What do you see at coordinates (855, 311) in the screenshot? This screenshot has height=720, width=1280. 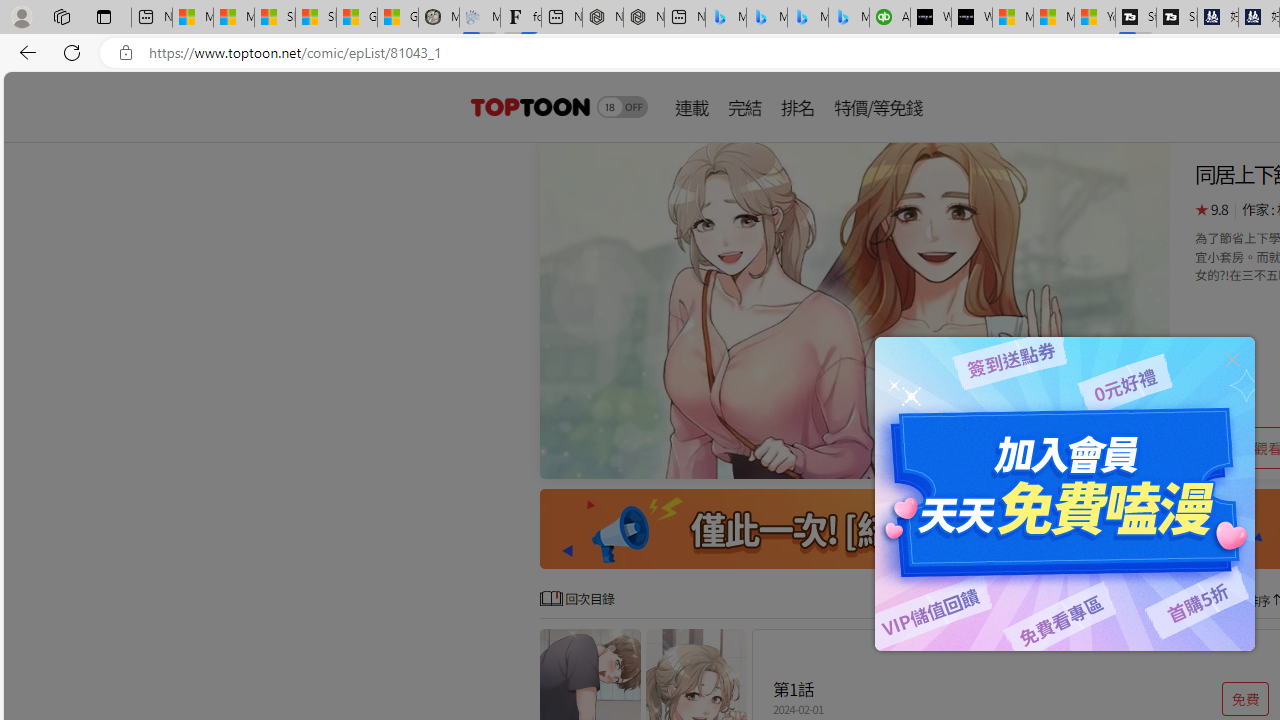 I see `'Class: swiper-slide'` at bounding box center [855, 311].